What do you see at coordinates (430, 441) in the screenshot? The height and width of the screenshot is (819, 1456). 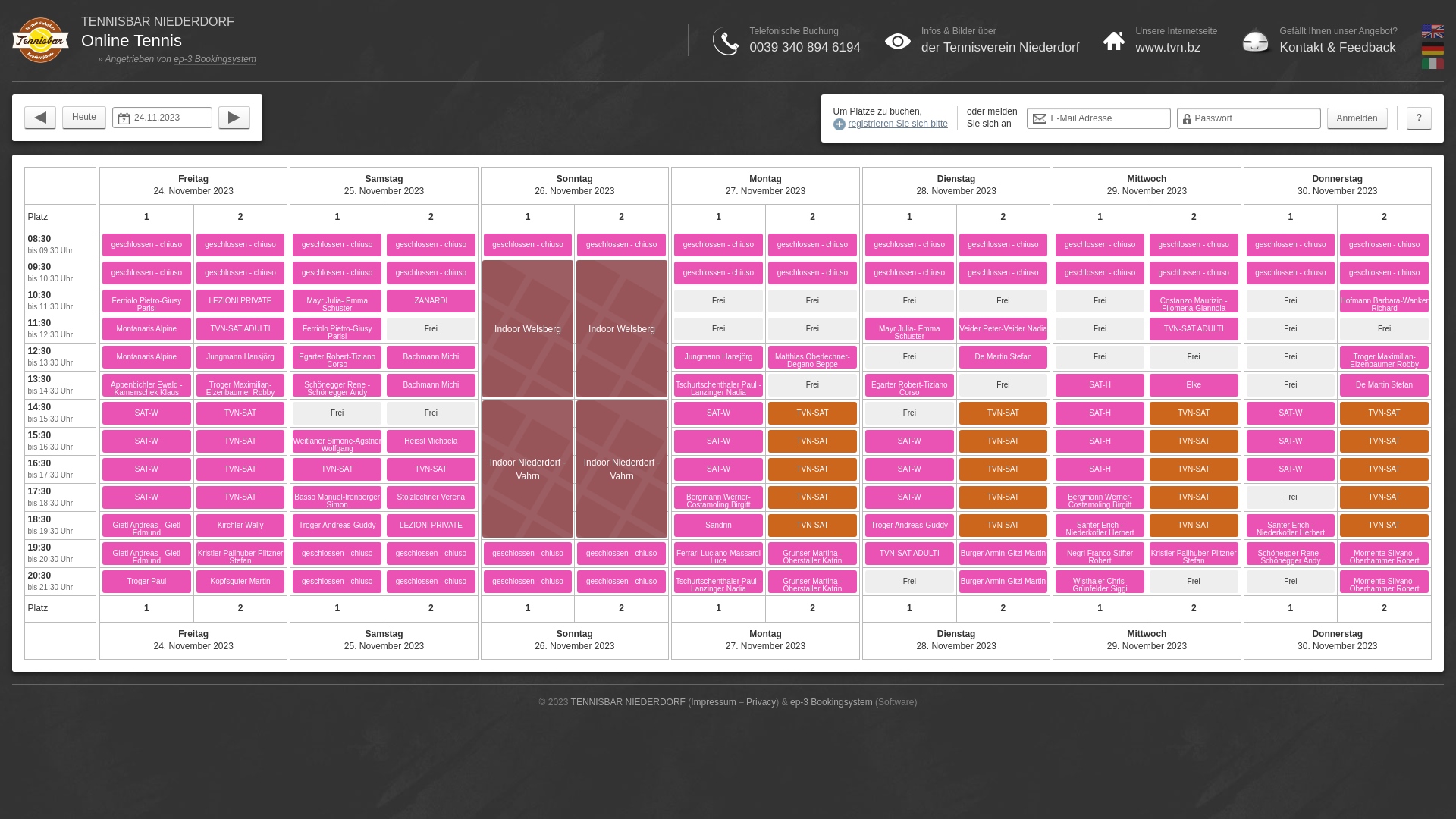 I see `'Heissl Michaela'` at bounding box center [430, 441].